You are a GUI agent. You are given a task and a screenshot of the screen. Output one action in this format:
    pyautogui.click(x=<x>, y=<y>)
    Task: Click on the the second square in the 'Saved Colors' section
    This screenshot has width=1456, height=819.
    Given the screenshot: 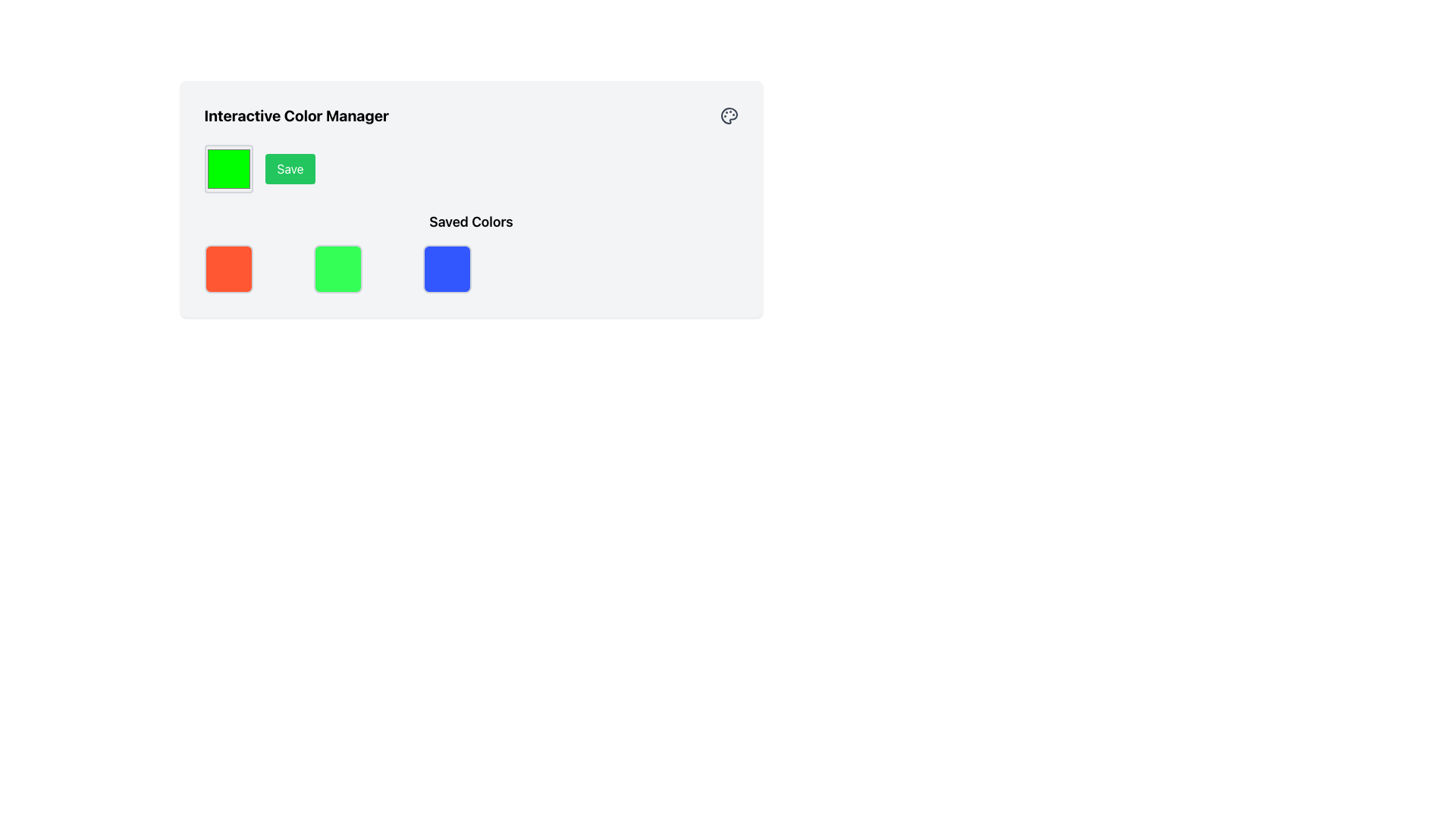 What is the action you would take?
    pyautogui.click(x=361, y=268)
    